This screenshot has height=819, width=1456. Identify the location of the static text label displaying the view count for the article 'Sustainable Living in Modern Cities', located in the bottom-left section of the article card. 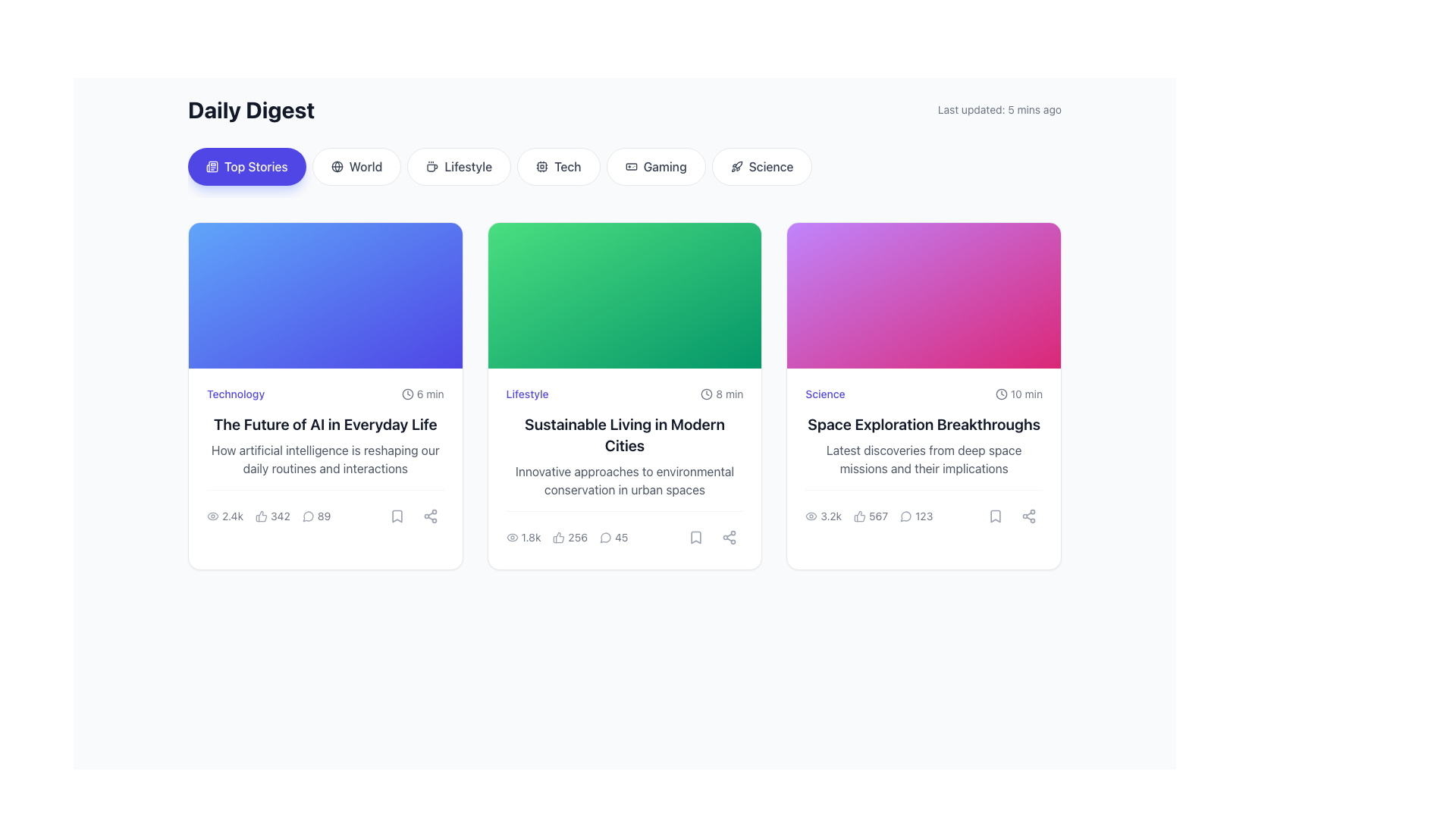
(531, 537).